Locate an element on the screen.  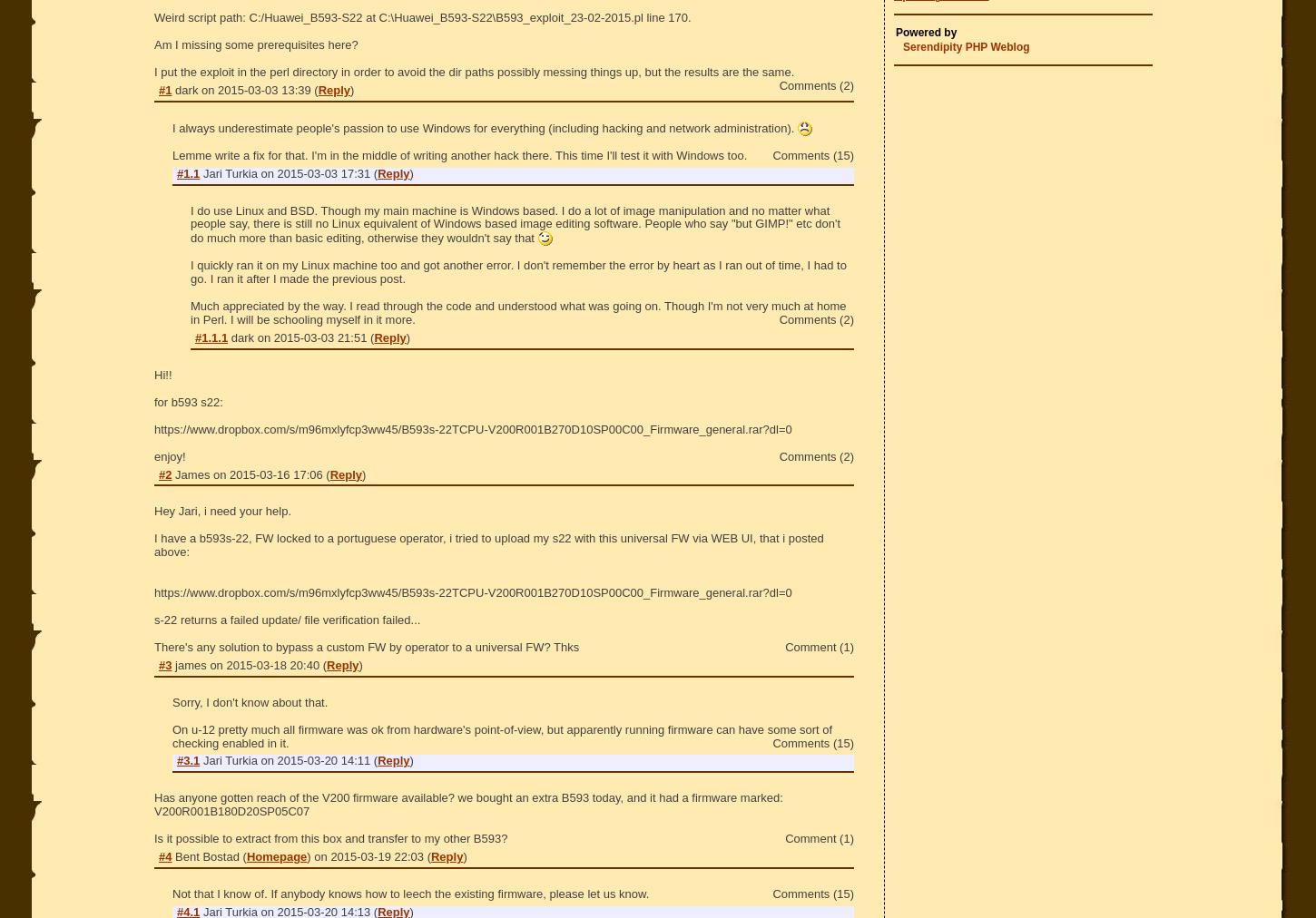
'Hey Jari, i need your help.' is located at coordinates (222, 510).